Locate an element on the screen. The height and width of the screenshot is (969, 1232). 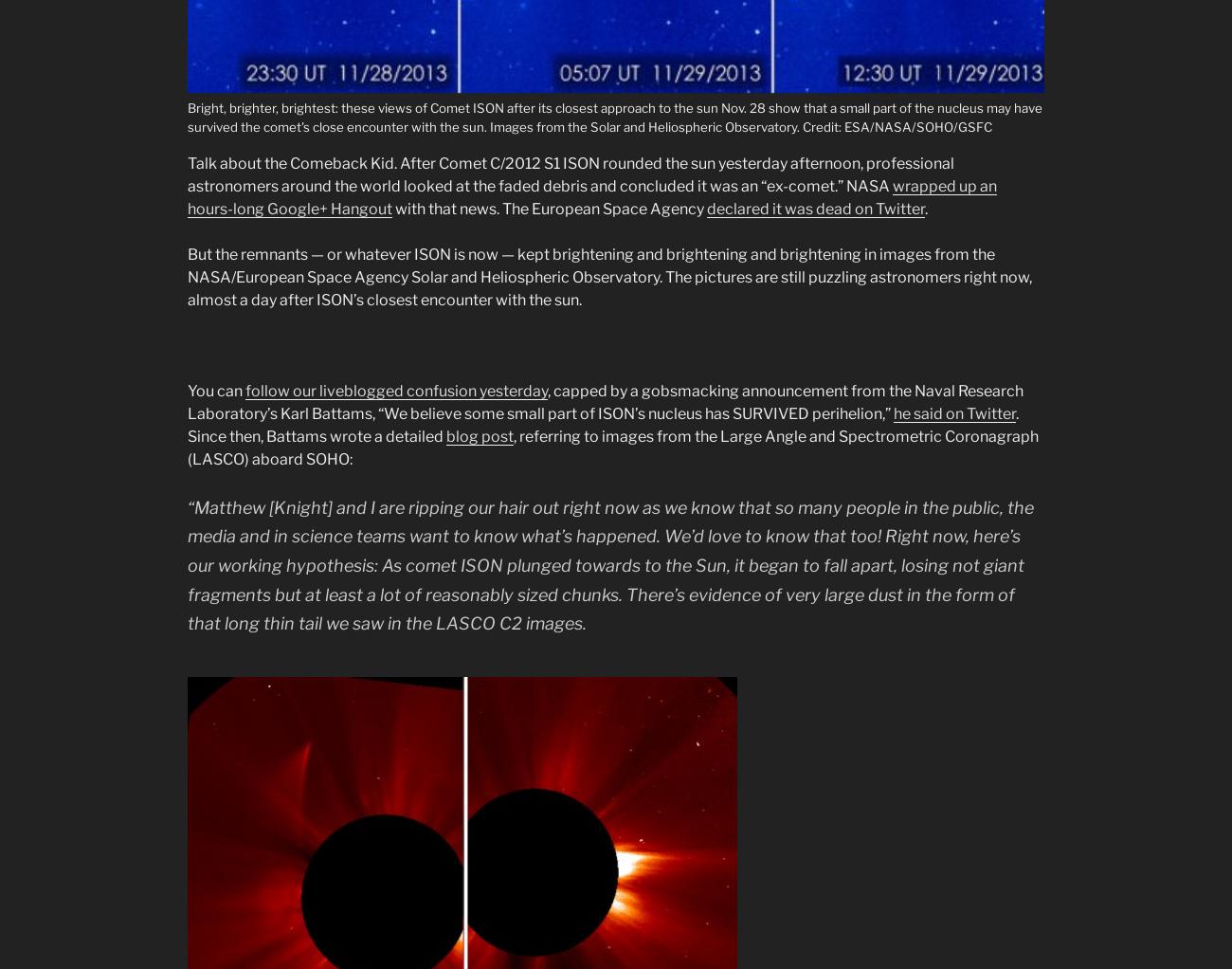
'. Since then, Battams wrote a detailed' is located at coordinates (603, 423).